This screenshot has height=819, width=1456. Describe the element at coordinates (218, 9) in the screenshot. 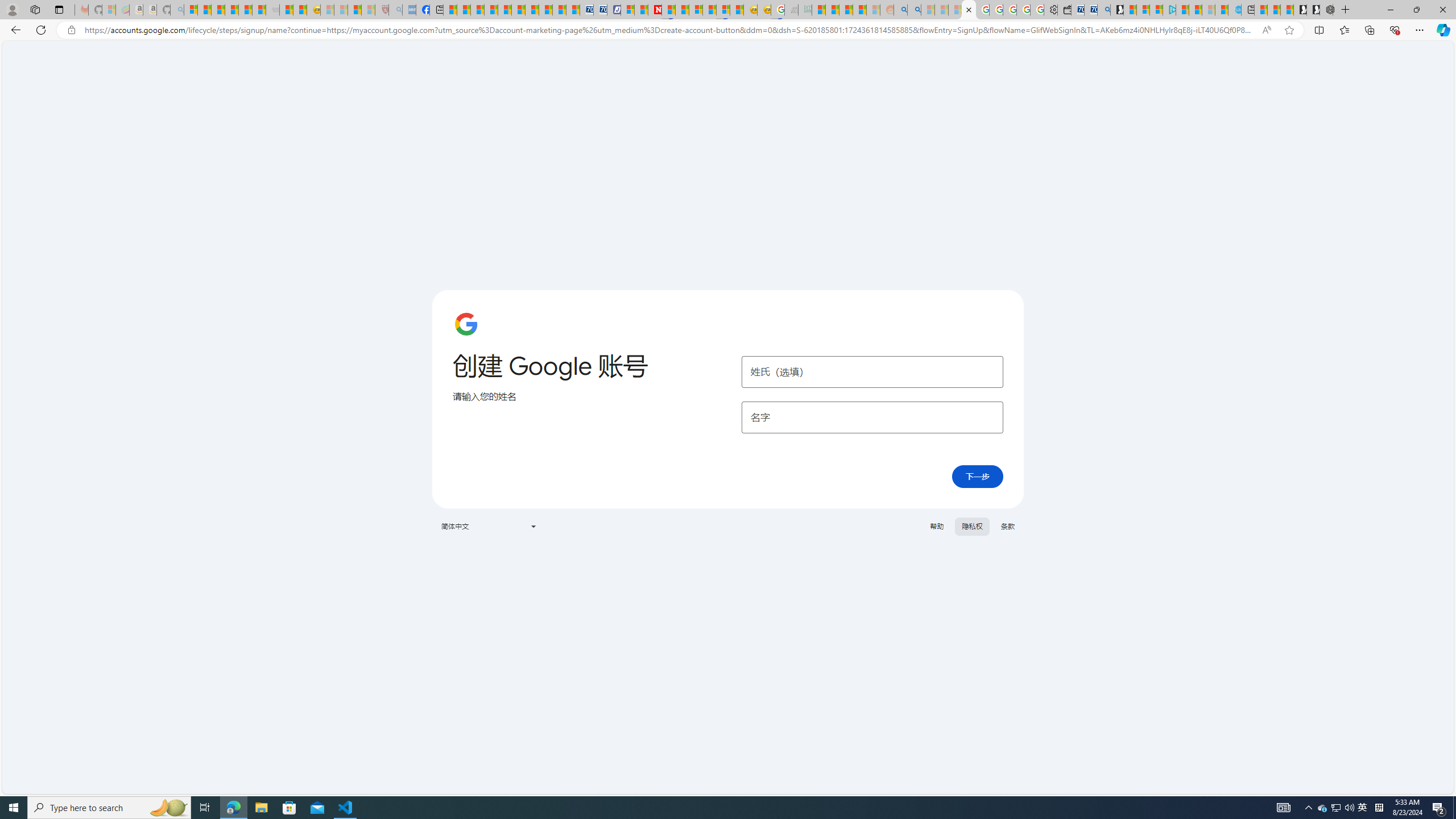

I see `'The Weather Channel - MSN'` at that location.